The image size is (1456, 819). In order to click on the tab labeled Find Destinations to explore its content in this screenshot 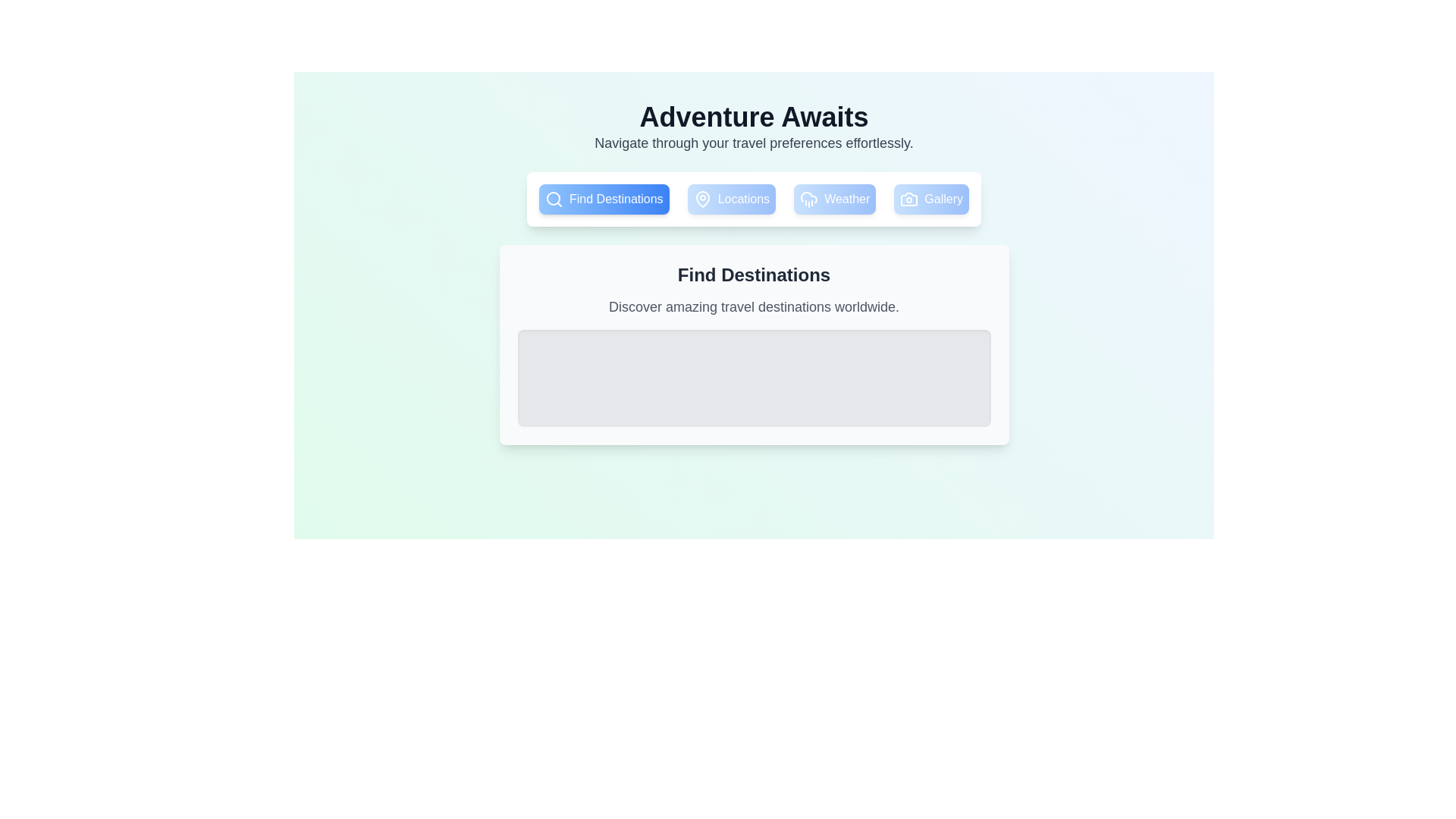, I will do `click(603, 198)`.